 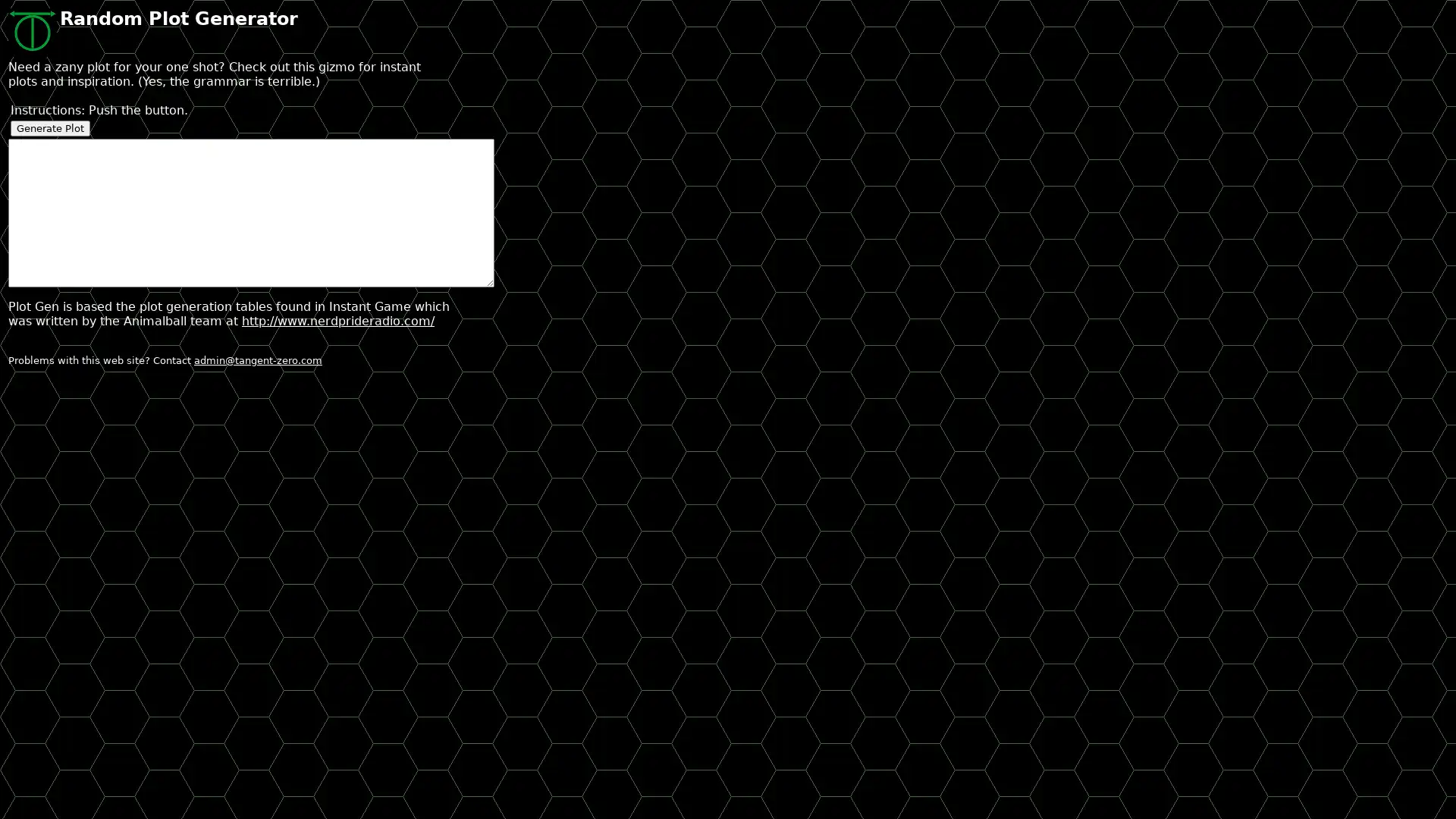 What do you see at coordinates (50, 127) in the screenshot?
I see `Generate Plot` at bounding box center [50, 127].